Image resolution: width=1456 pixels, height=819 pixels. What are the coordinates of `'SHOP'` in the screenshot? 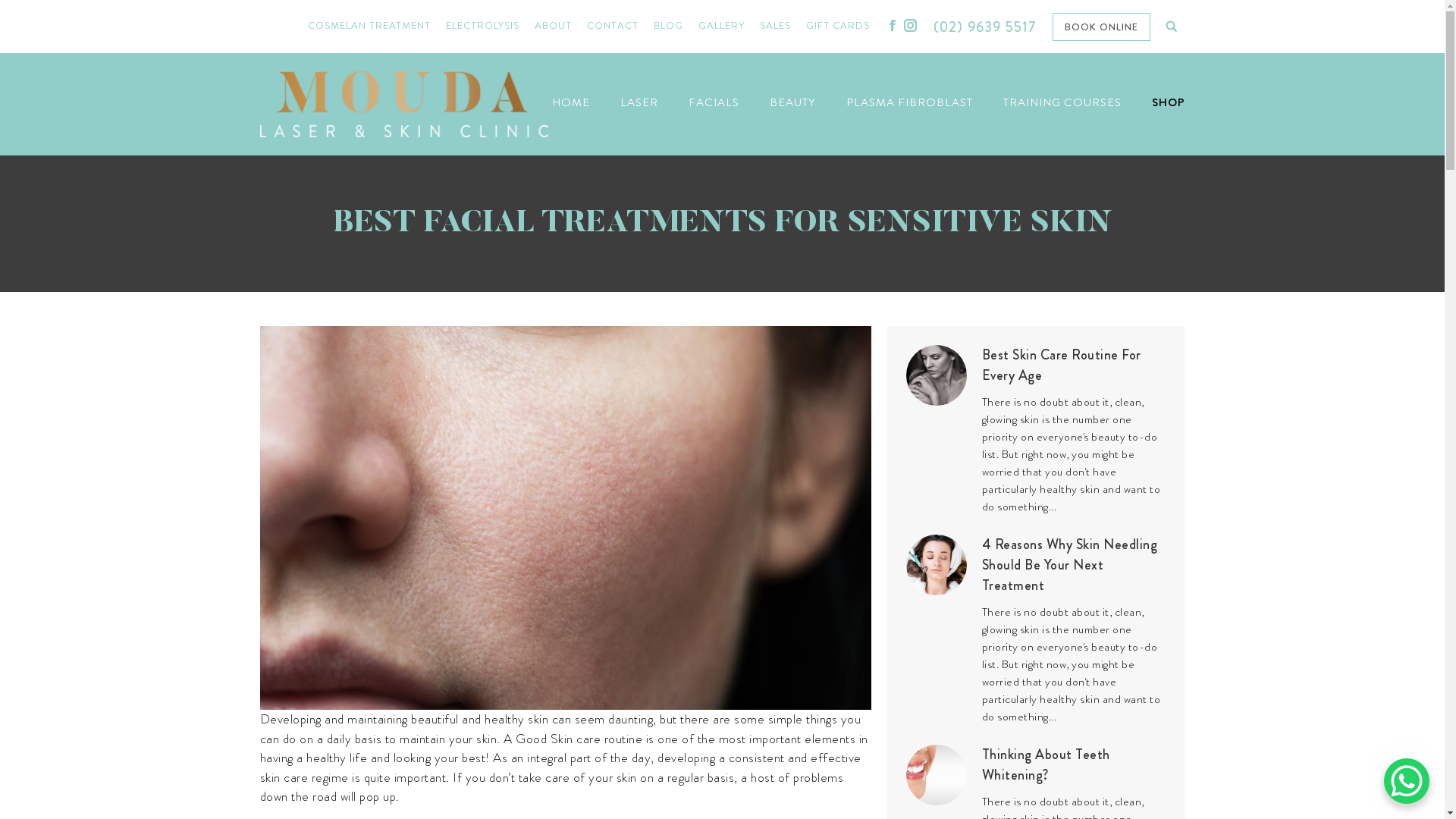 It's located at (1167, 102).